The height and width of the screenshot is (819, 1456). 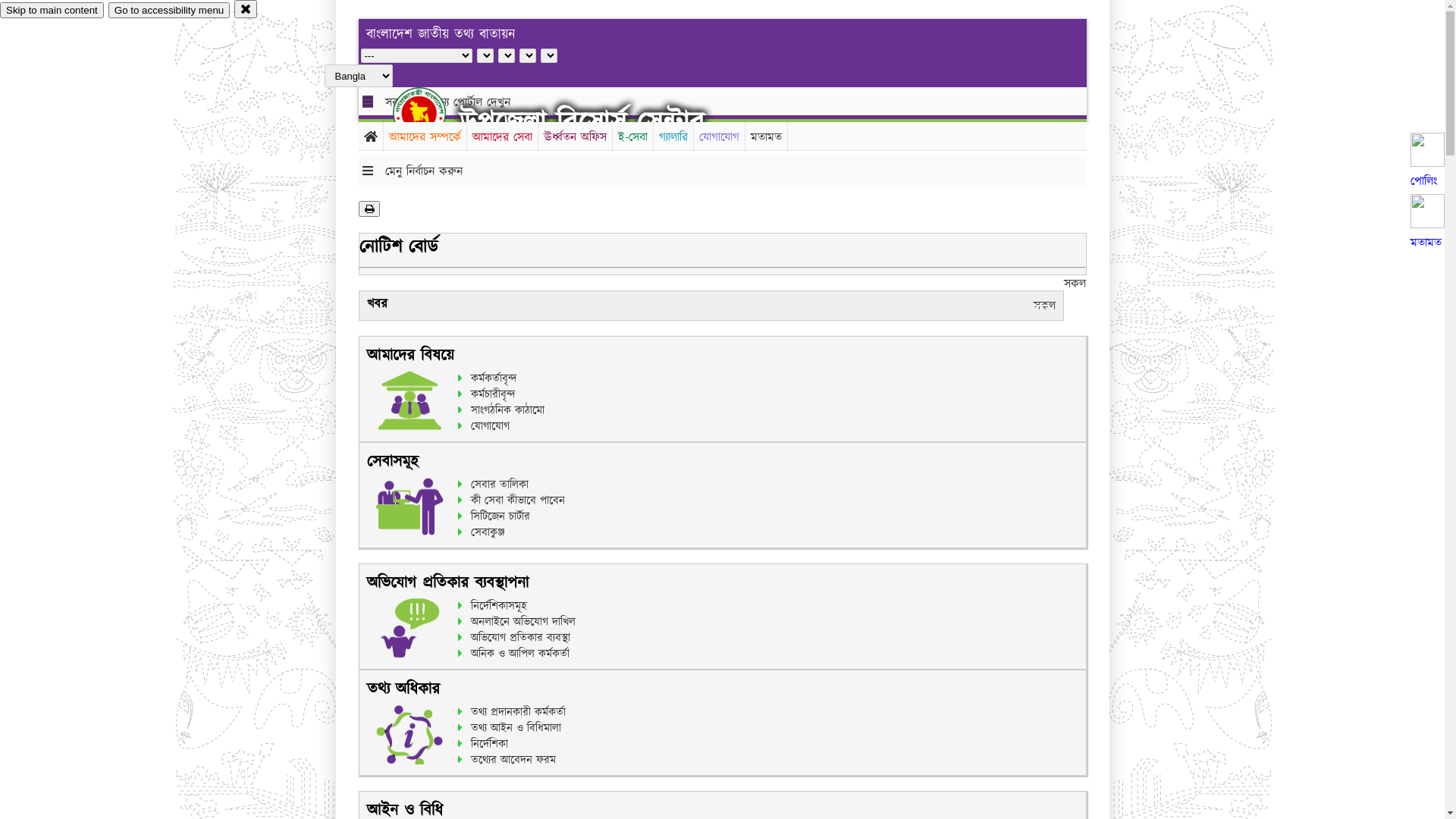 What do you see at coordinates (52, 10) in the screenshot?
I see `'Skip to main content'` at bounding box center [52, 10].